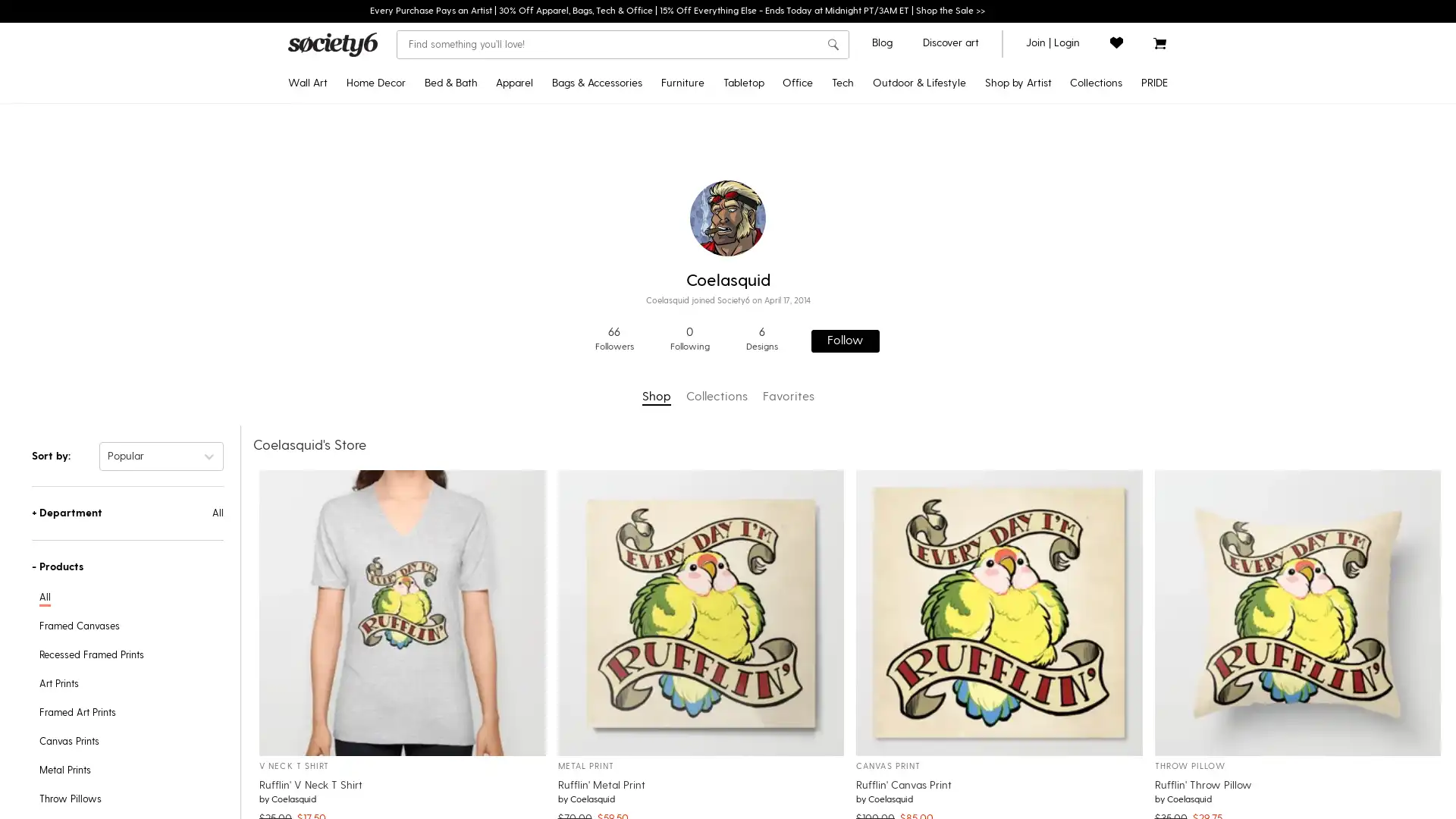 The image size is (1456, 819). Describe the element at coordinates (708, 121) in the screenshot. I see `Credenzas` at that location.